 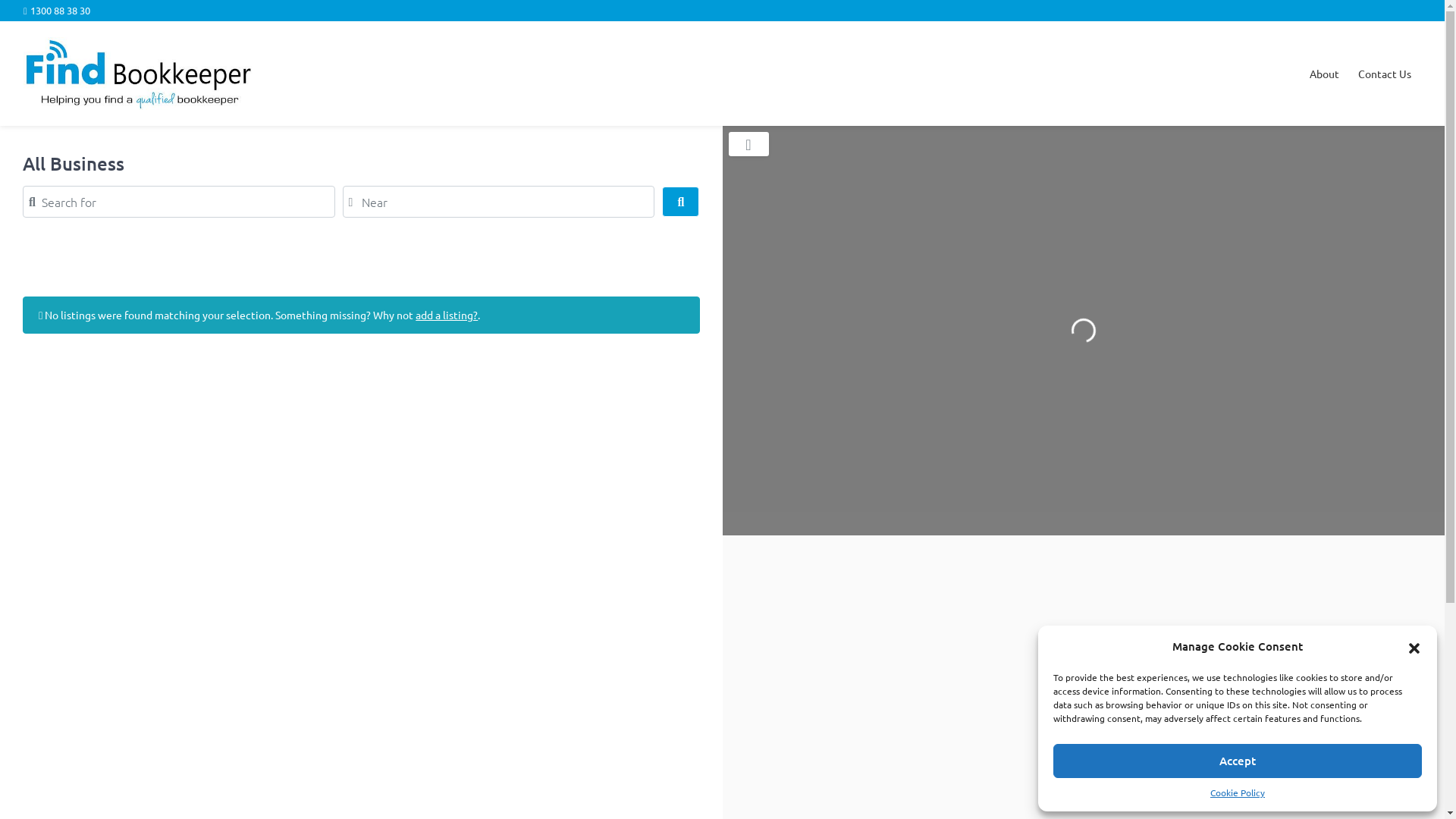 What do you see at coordinates (1238, 761) in the screenshot?
I see `'Accept'` at bounding box center [1238, 761].